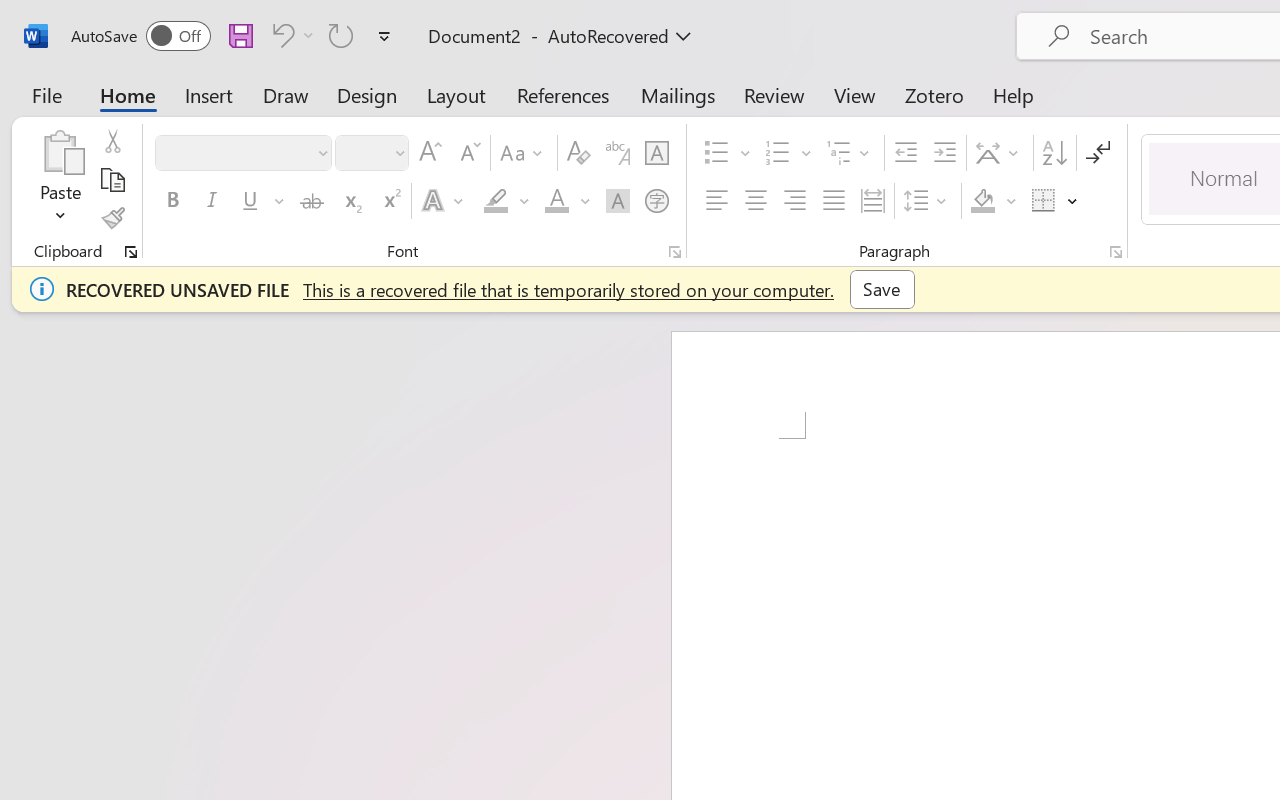 The image size is (1280, 800). Describe the element at coordinates (341, 34) in the screenshot. I see `'Can'` at that location.